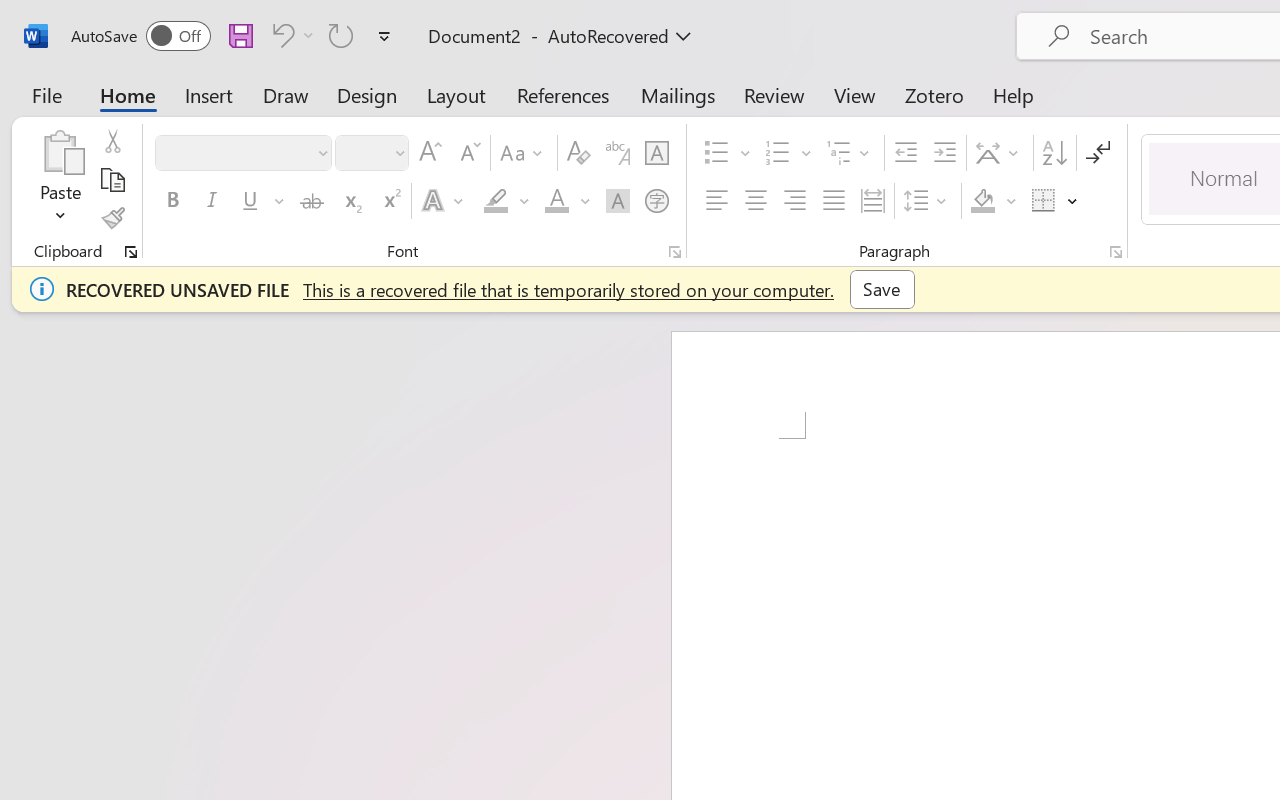 The image size is (1280, 800). Describe the element at coordinates (341, 34) in the screenshot. I see `'Can'` at that location.